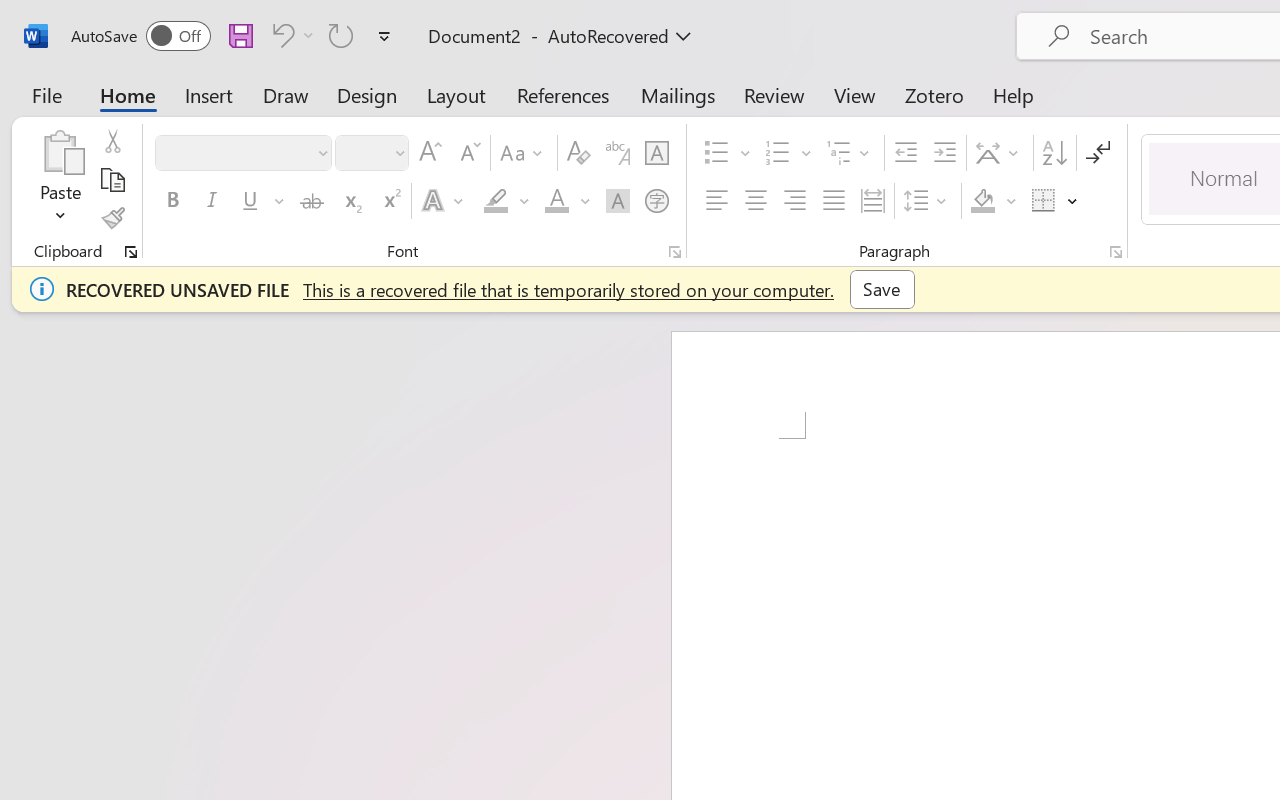 The image size is (1280, 800). Describe the element at coordinates (341, 34) in the screenshot. I see `'Can'` at that location.